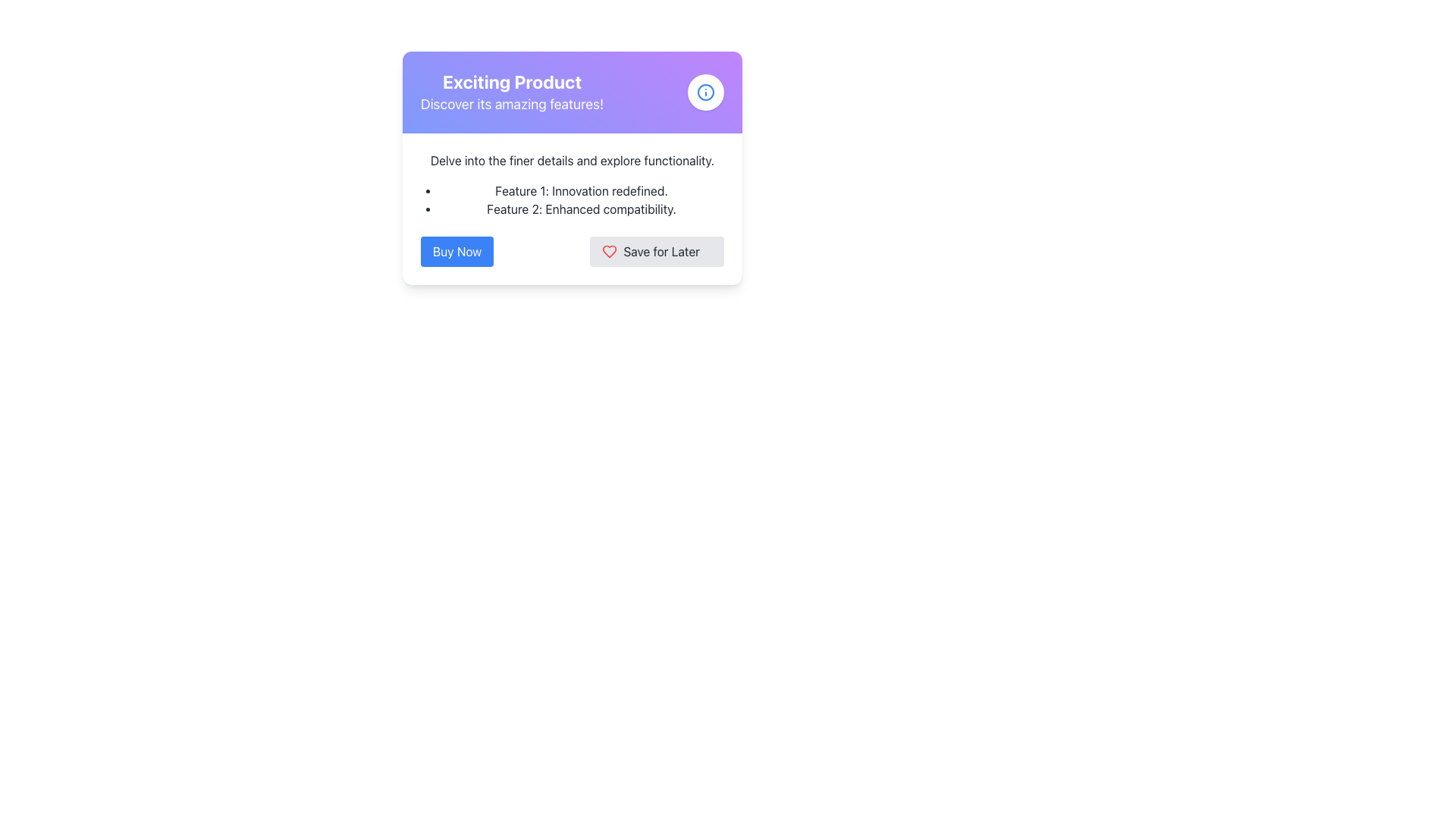 The image size is (1456, 819). I want to click on the text item displaying the product feature about enhanced compatibility, so click(581, 209).